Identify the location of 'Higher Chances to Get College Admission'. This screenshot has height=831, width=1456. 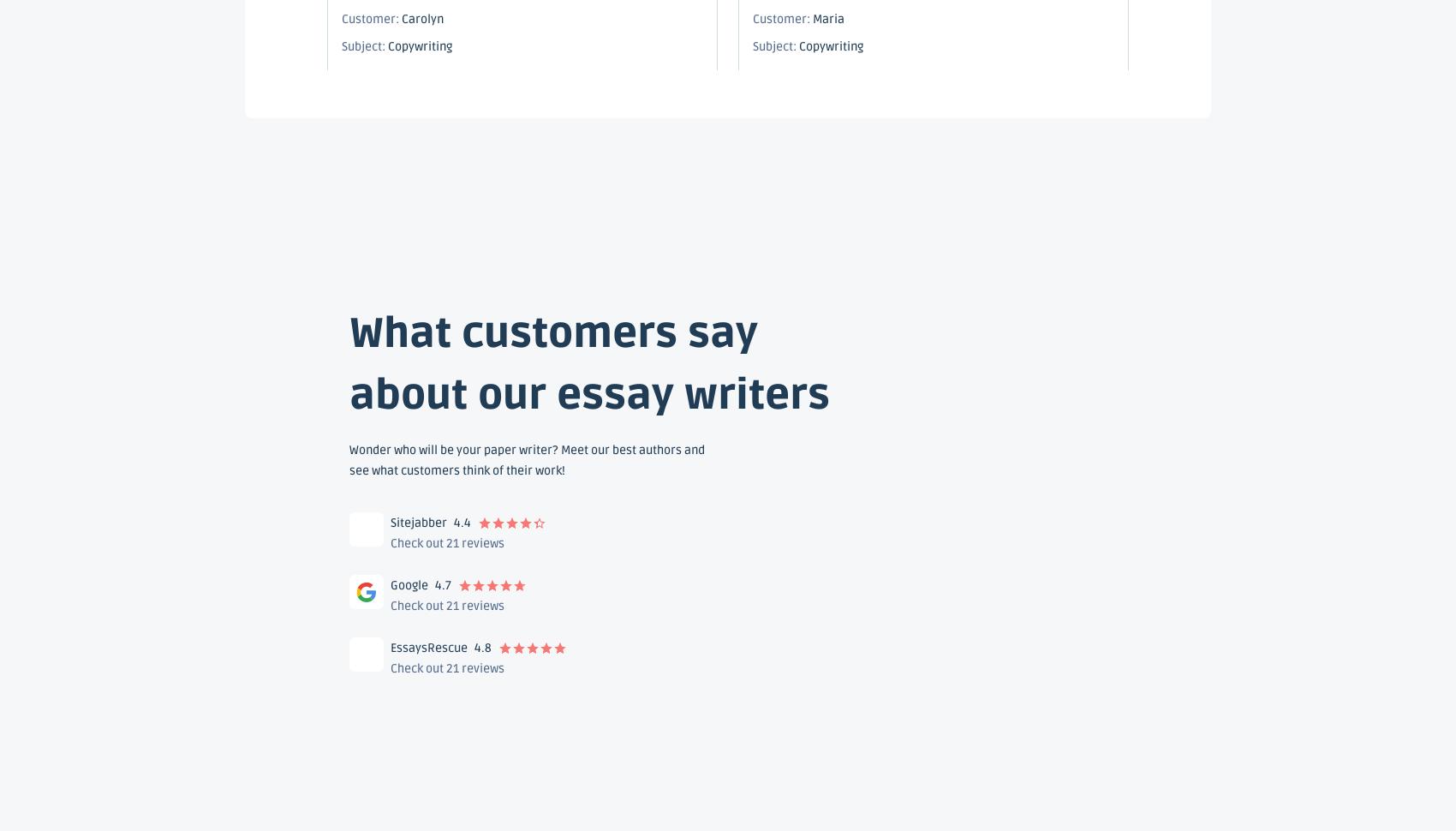
(519, 339).